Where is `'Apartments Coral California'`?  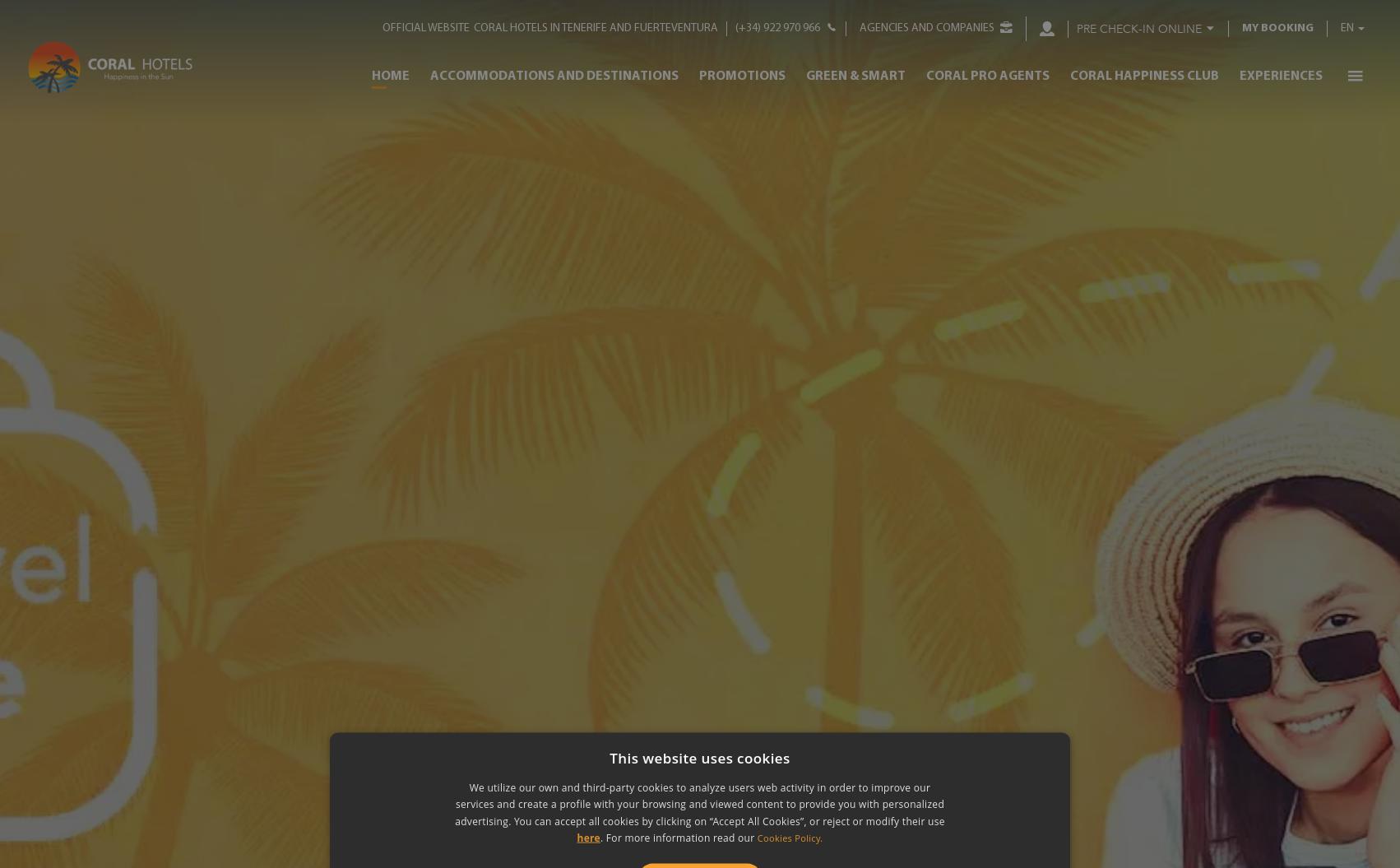 'Apartments Coral California' is located at coordinates (534, 465).